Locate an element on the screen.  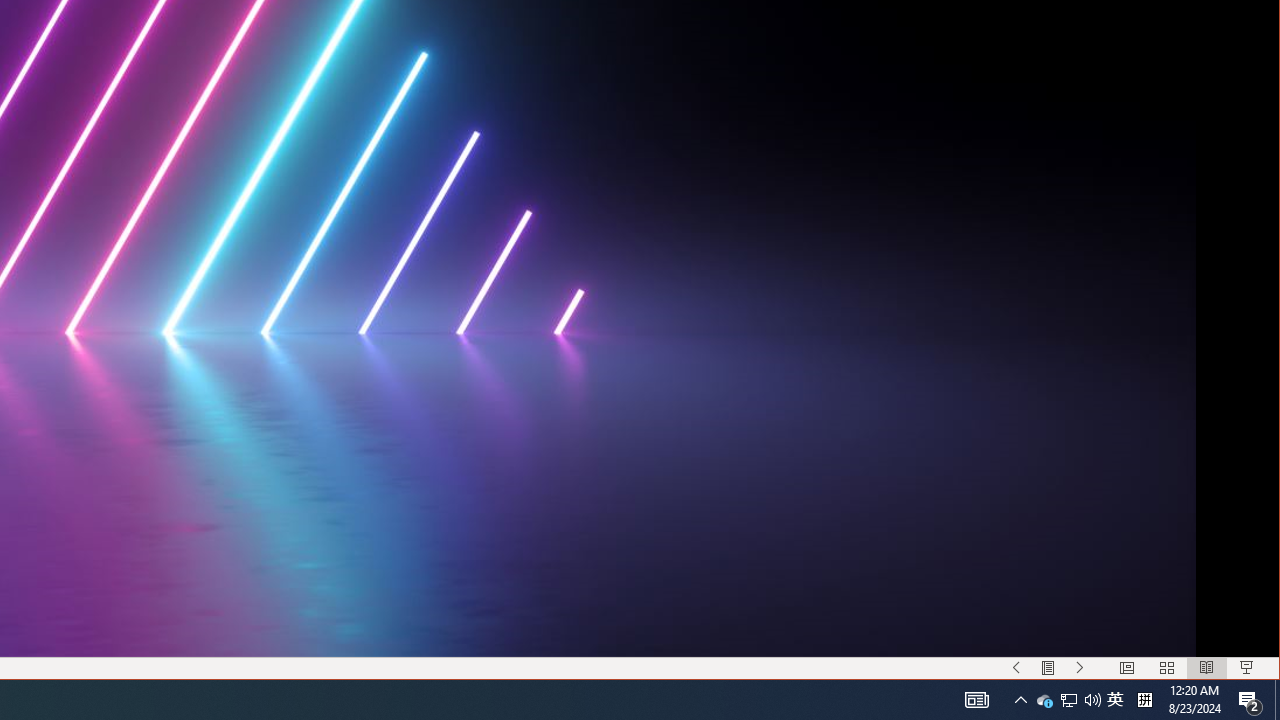
'Slide Show Previous On' is located at coordinates (1016, 668).